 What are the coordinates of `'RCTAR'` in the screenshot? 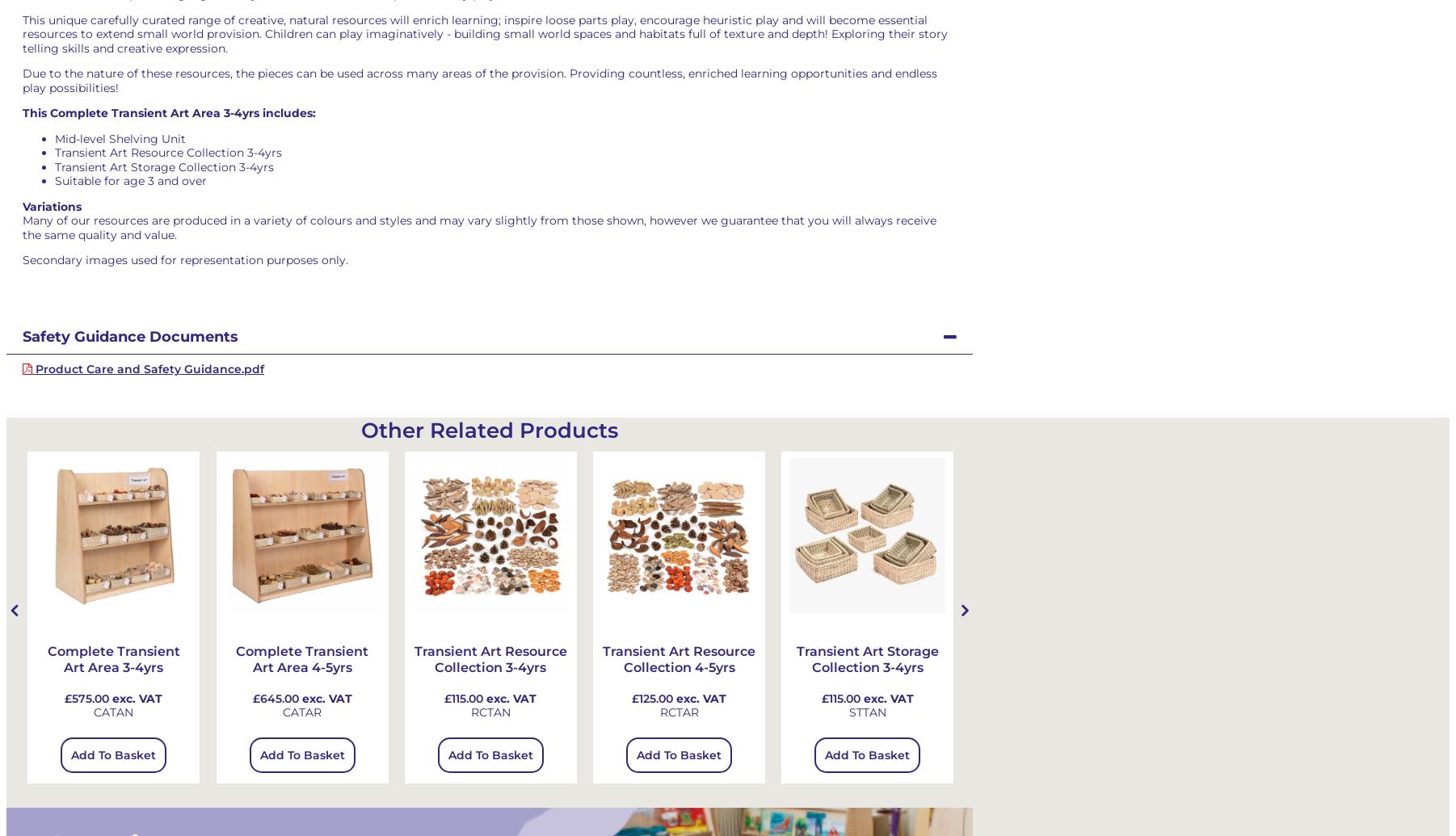 It's located at (678, 712).